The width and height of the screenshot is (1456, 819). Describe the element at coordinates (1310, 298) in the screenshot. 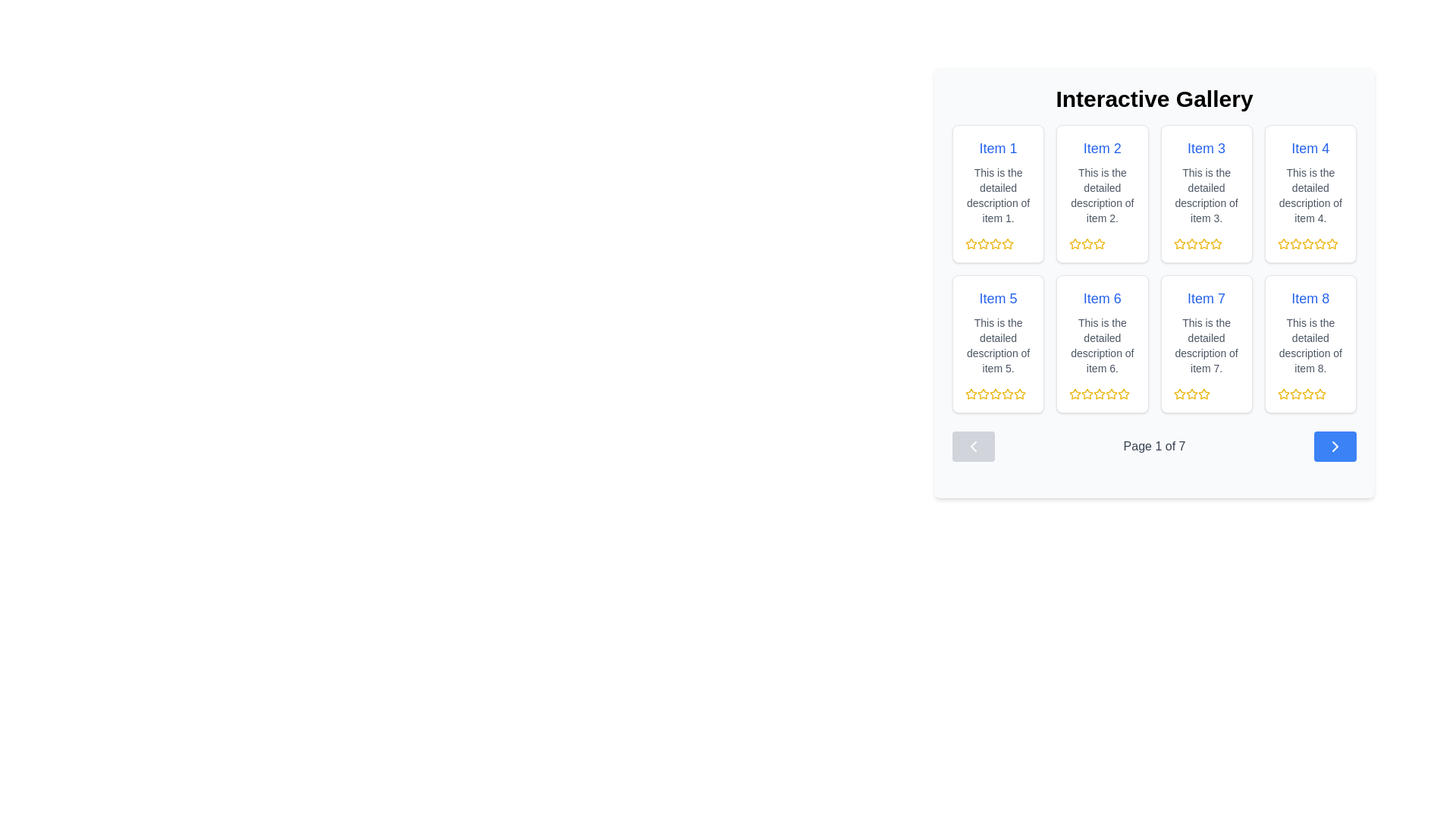

I see `the text label displaying 'Item 8', which is styled with a blue font color and appears as a prominent title in the bottom-right corner of the display area` at that location.